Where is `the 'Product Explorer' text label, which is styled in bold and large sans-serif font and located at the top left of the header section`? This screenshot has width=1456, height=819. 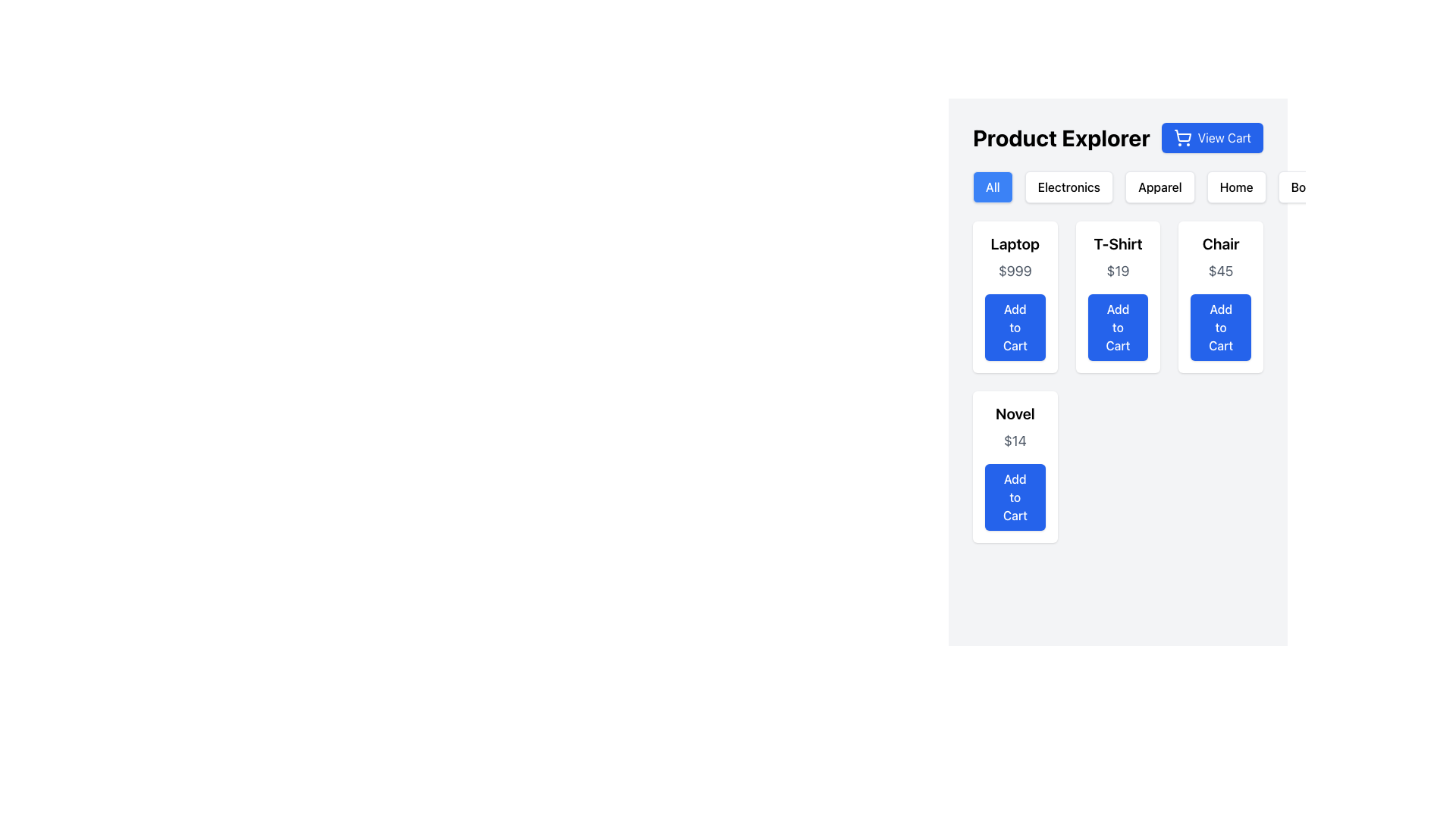
the 'Product Explorer' text label, which is styled in bold and large sans-serif font and located at the top left of the header section is located at coordinates (1060, 137).